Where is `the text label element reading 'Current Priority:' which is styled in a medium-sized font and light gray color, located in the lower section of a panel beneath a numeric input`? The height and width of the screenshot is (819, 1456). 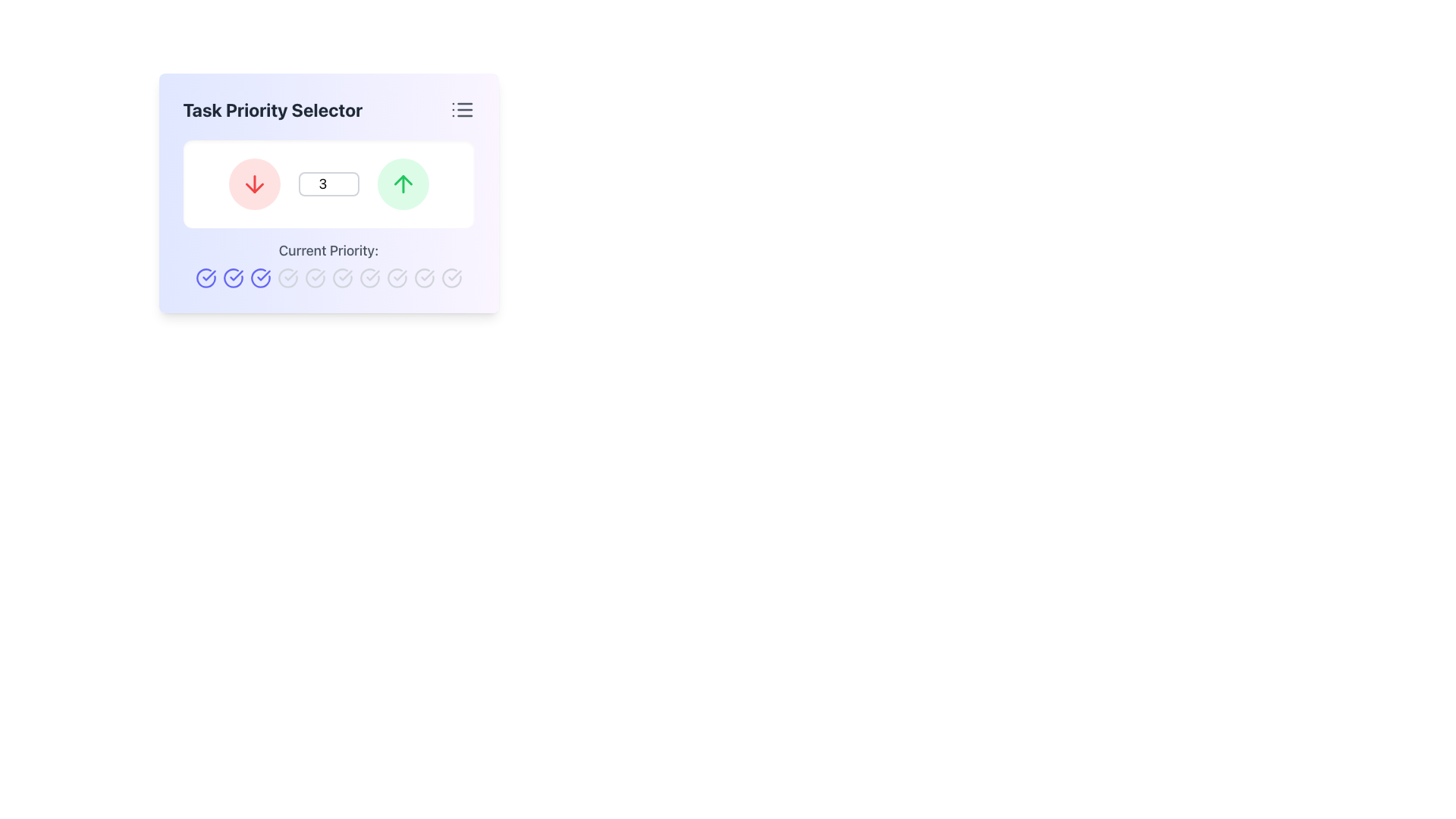
the text label element reading 'Current Priority:' which is styled in a medium-sized font and light gray color, located in the lower section of a panel beneath a numeric input is located at coordinates (328, 250).